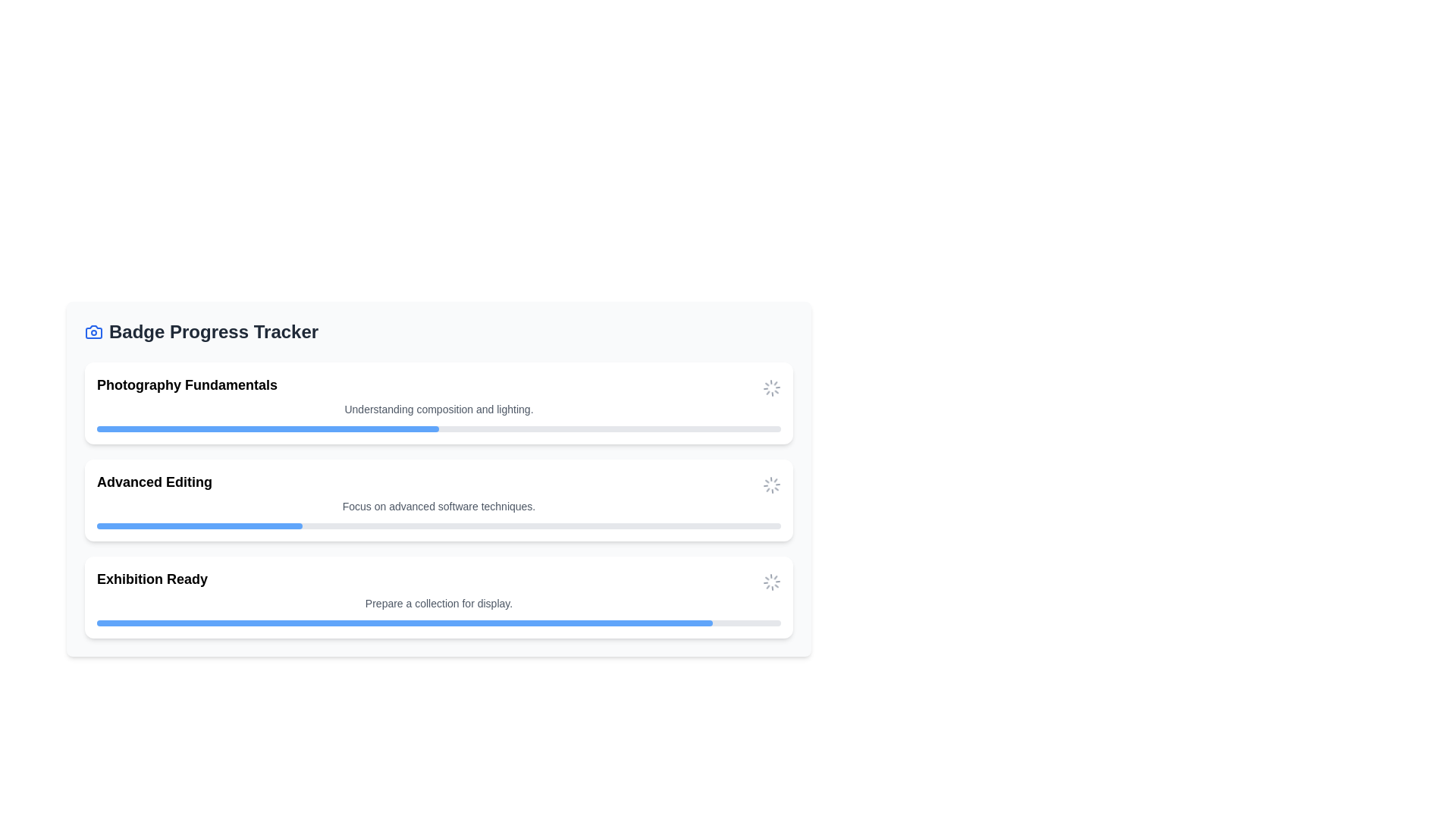 The image size is (1456, 819). I want to click on the informational card representing the progress milestone for the 'Advanced Editing' module in the Badge Progress Tracker, so click(438, 500).